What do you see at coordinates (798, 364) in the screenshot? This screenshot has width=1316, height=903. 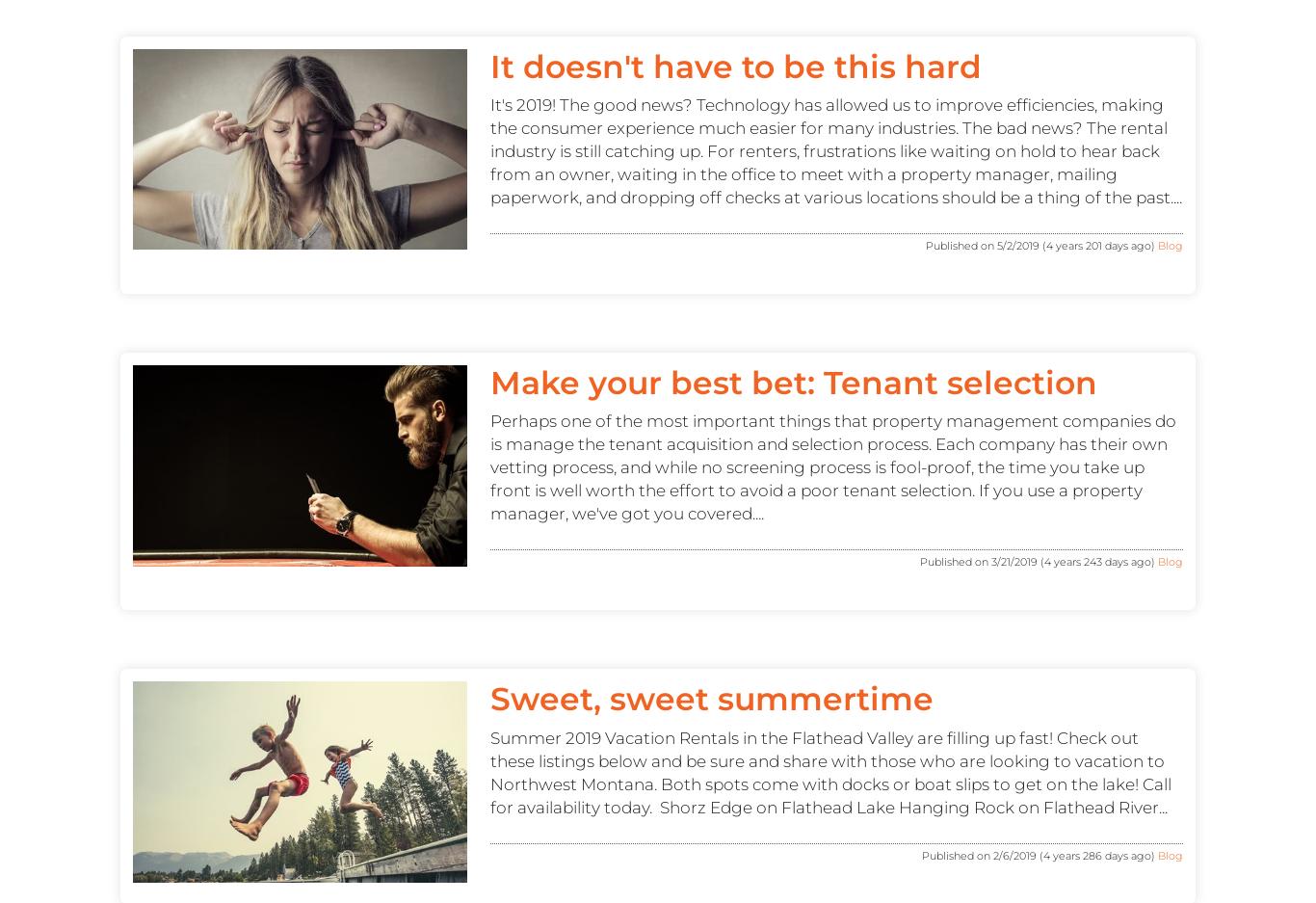 I see `'Login'` at bounding box center [798, 364].